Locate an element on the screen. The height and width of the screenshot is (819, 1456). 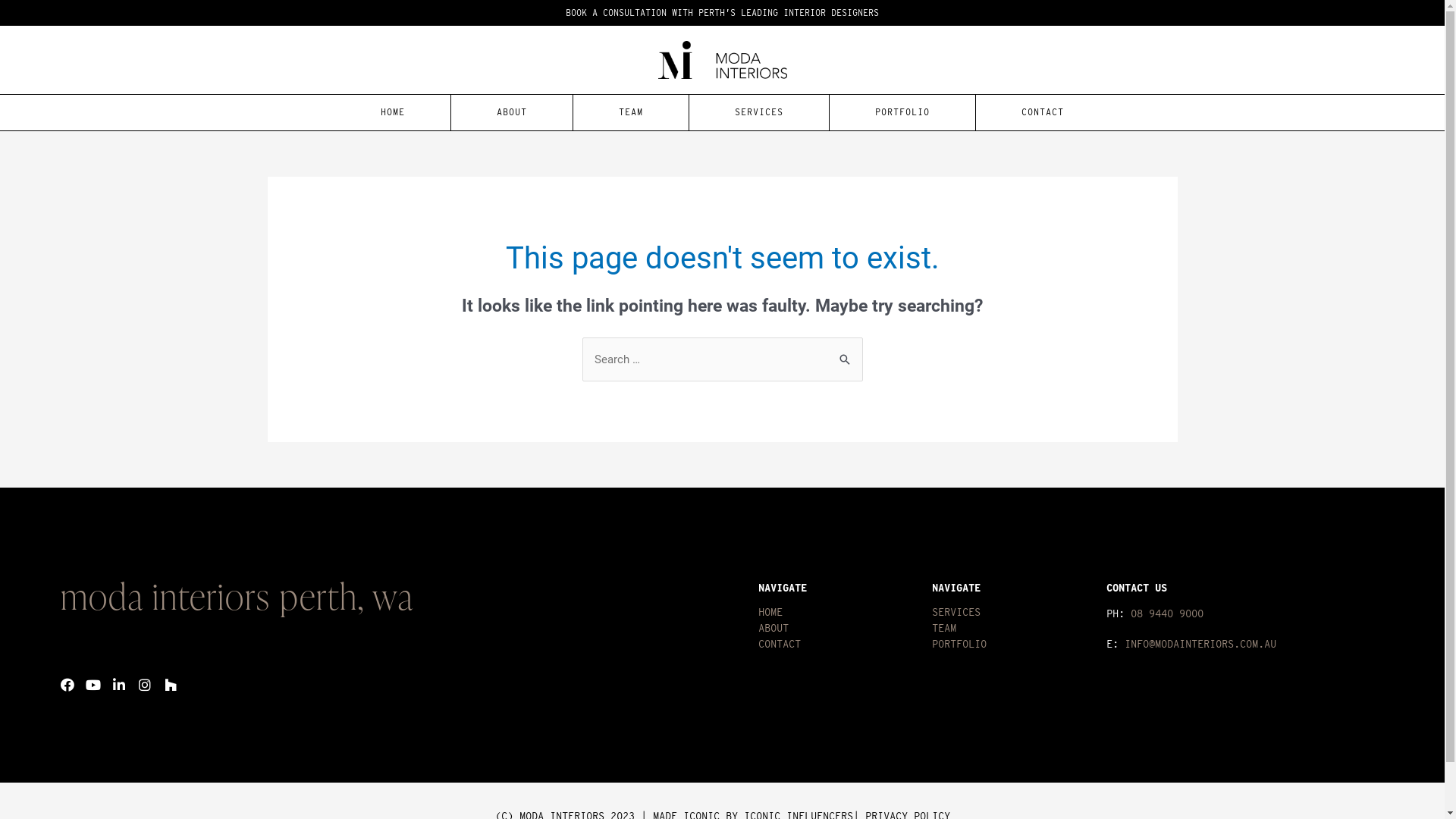
'TEAM' is located at coordinates (1011, 628).